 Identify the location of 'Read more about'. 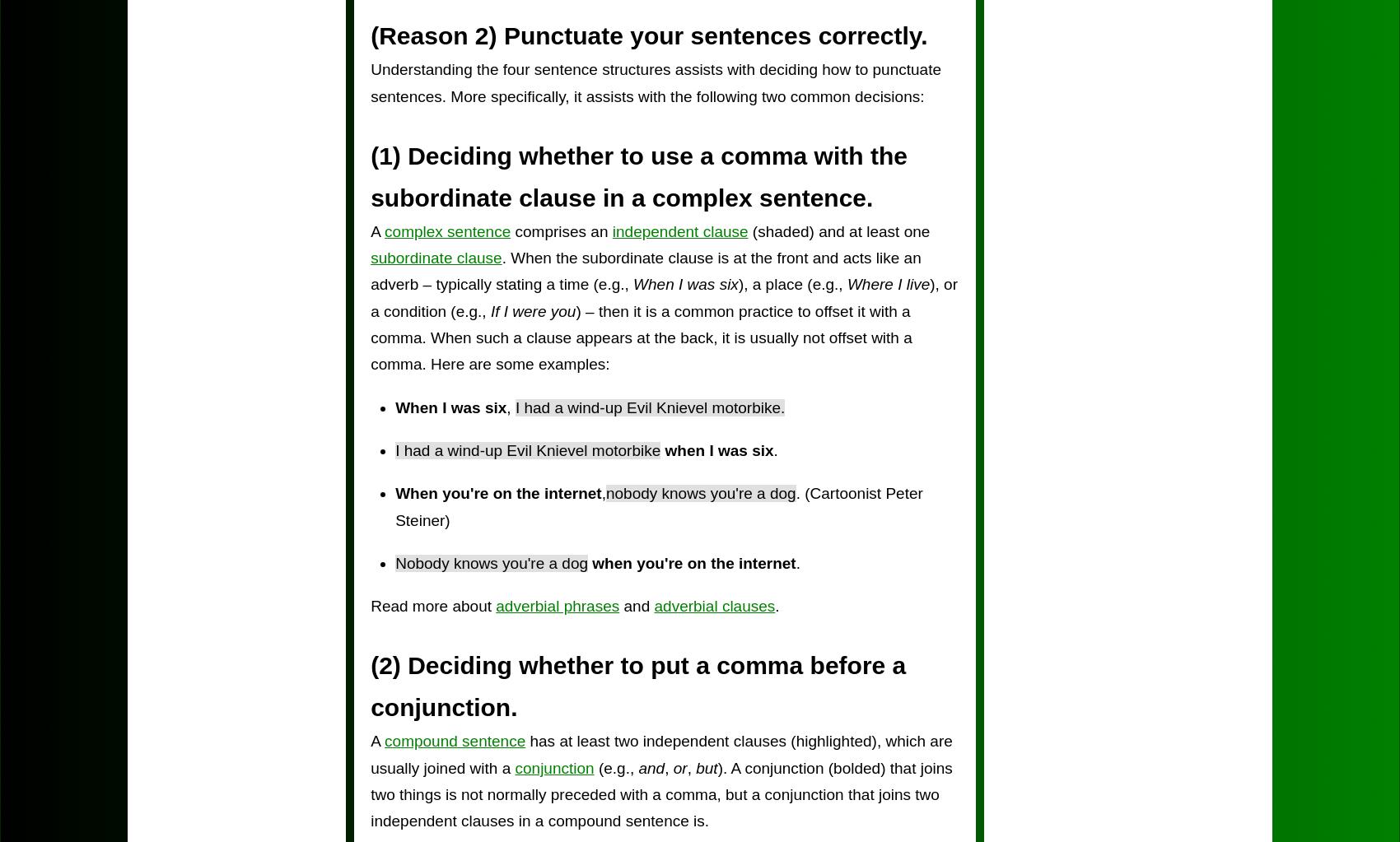
(432, 606).